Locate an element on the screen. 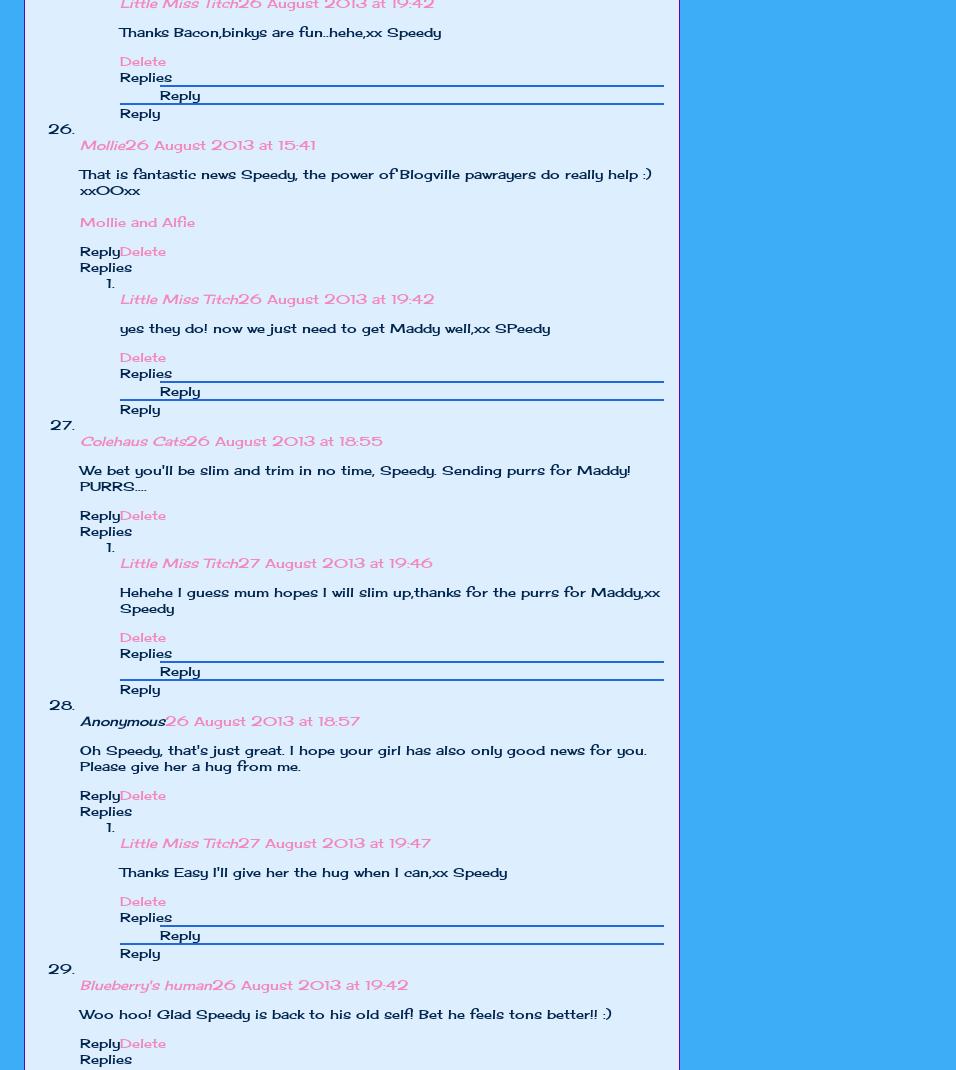 Image resolution: width=956 pixels, height=1070 pixels. 'Mollie' is located at coordinates (101, 144).